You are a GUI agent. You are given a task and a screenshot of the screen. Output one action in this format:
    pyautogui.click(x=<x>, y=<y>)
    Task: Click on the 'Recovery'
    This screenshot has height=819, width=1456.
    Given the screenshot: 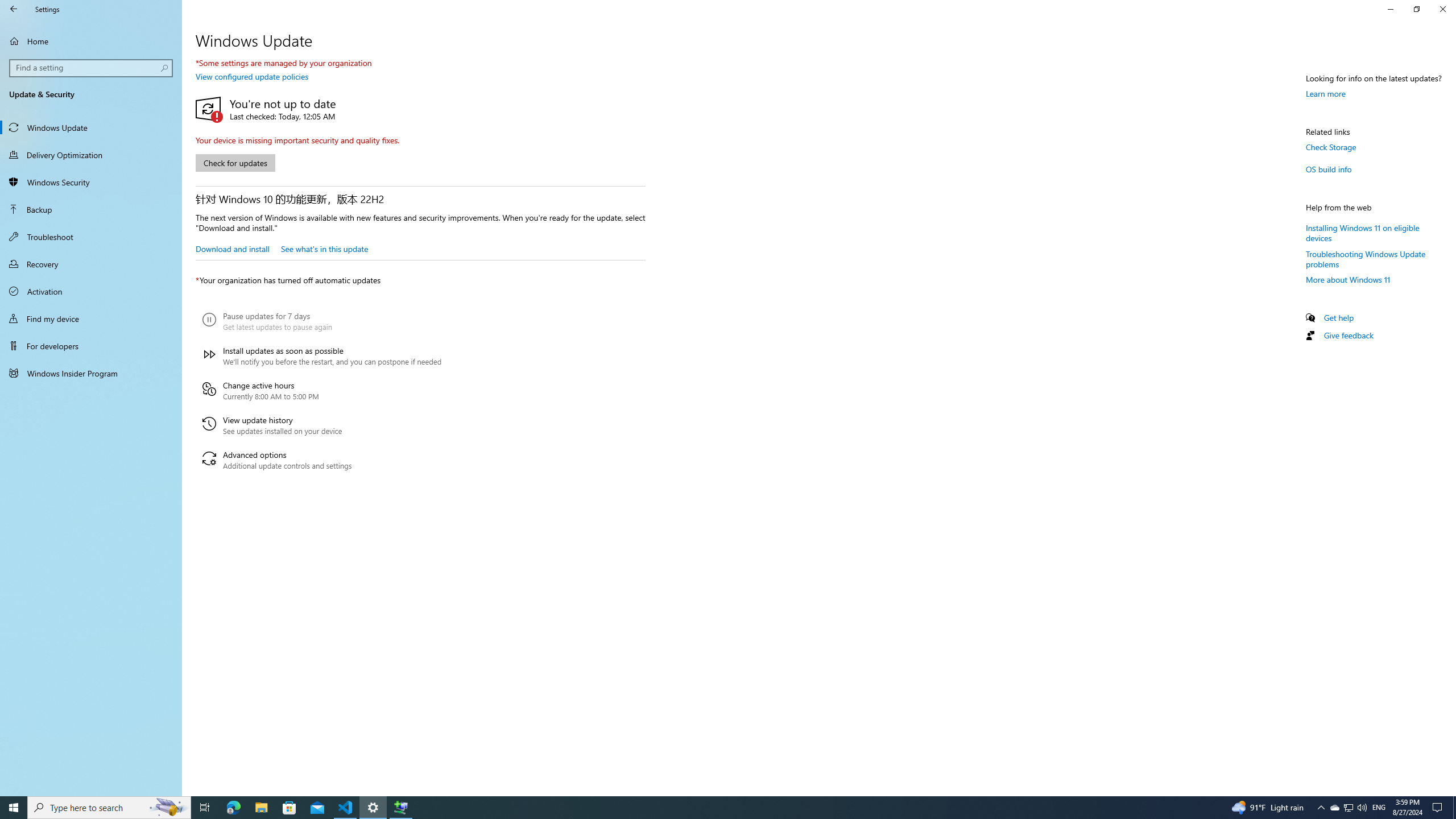 What is the action you would take?
    pyautogui.click(x=90, y=263)
    